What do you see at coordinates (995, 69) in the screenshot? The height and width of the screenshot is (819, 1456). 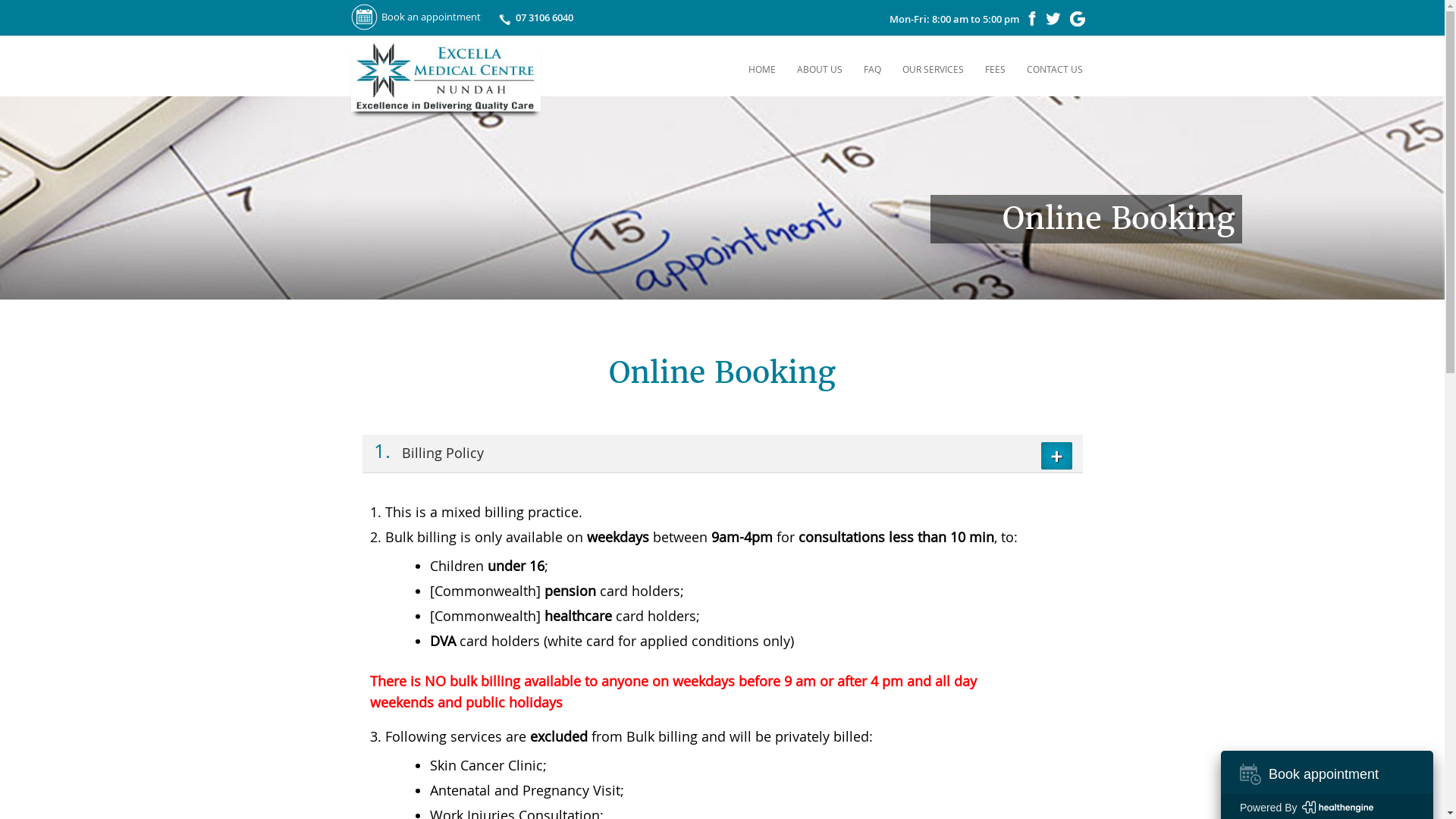 I see `'FEES'` at bounding box center [995, 69].